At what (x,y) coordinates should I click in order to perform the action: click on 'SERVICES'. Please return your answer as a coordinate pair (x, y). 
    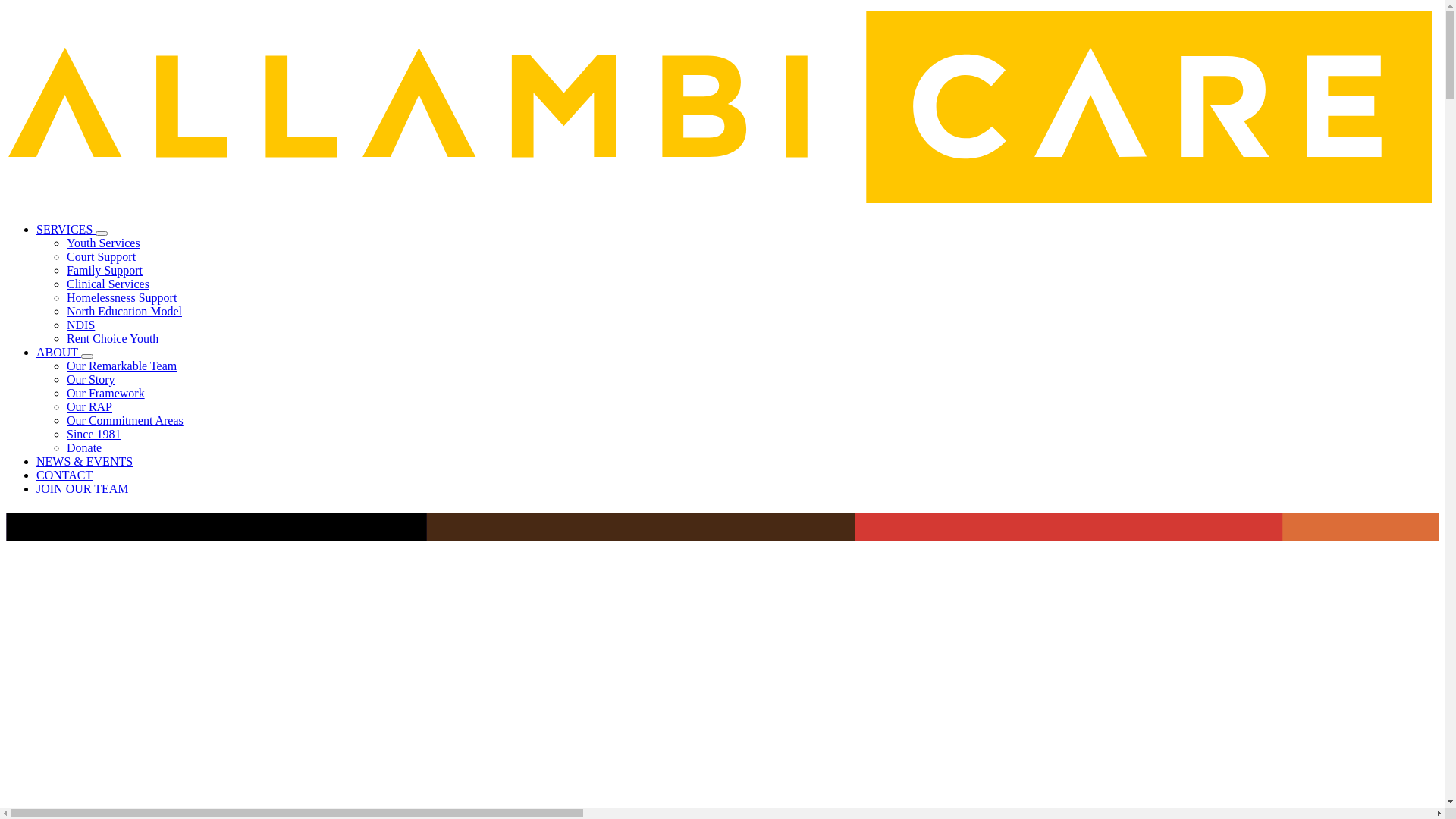
    Looking at the image, I should click on (64, 229).